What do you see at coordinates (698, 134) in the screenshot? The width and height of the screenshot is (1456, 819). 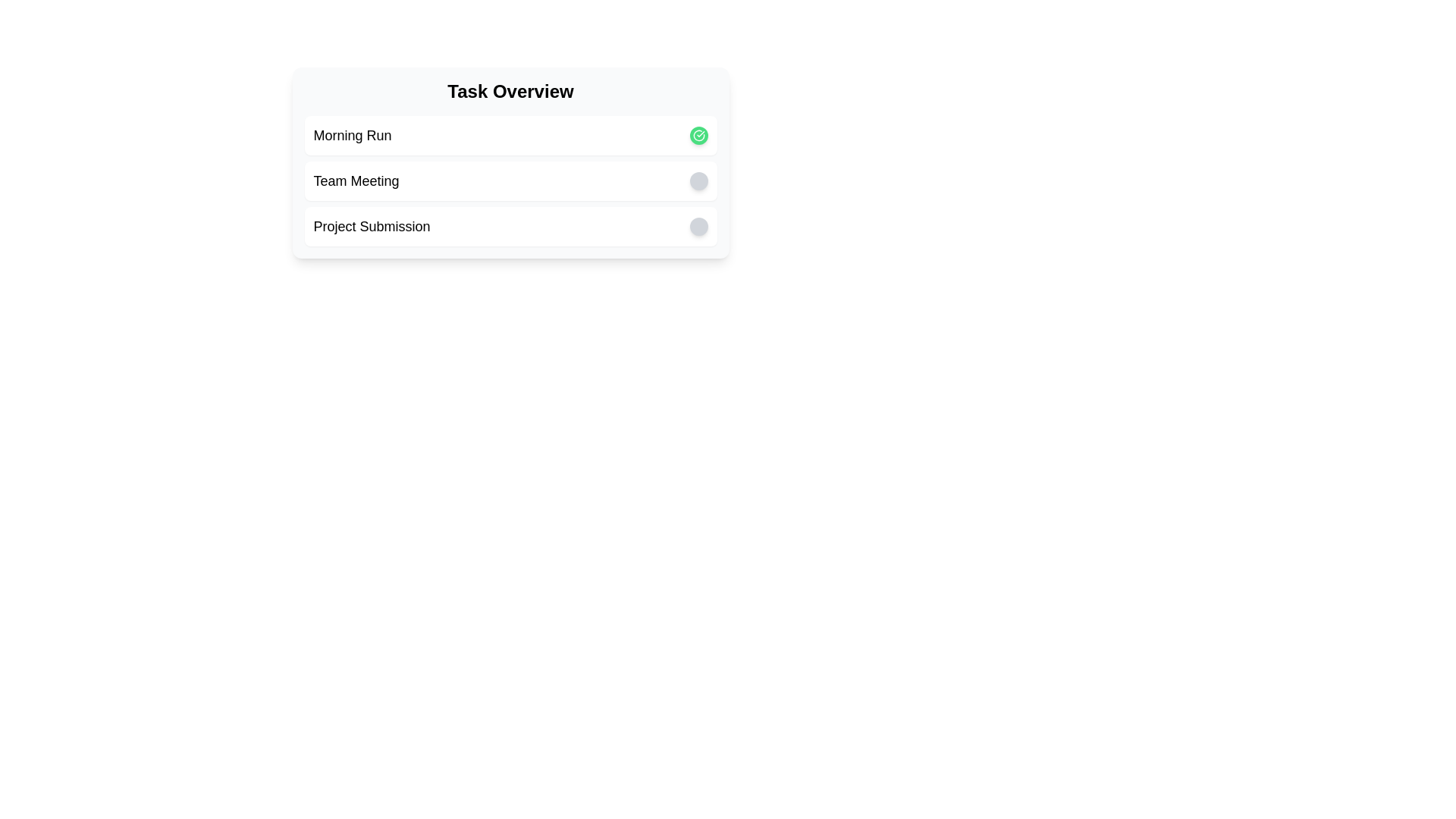 I see `the circular checkmark icon with a green background located at the right end of the first task item labeled 'Morning Run'` at bounding box center [698, 134].